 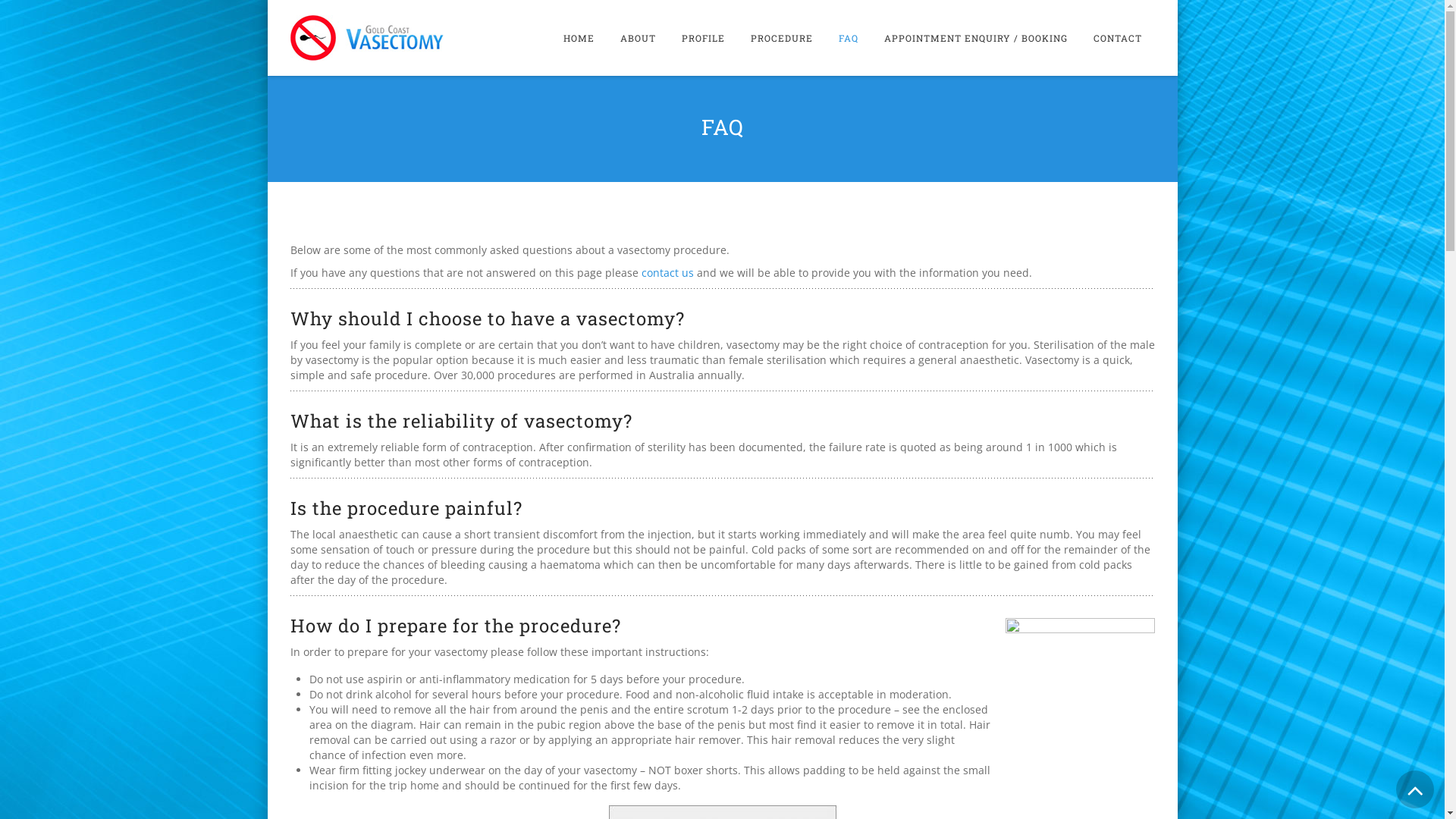 I want to click on 'FAQ', so click(x=847, y=37).